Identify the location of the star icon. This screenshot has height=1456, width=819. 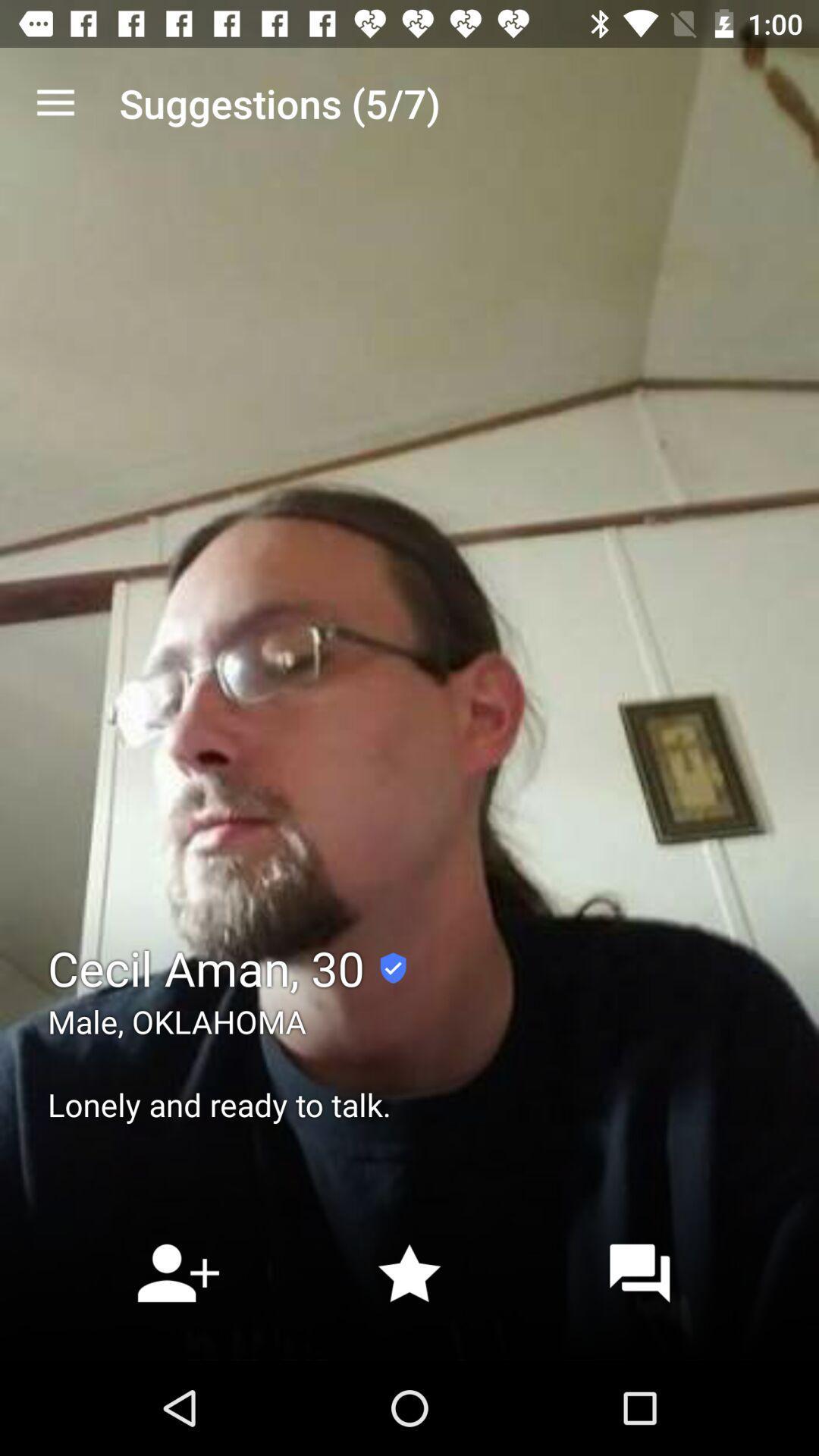
(408, 1272).